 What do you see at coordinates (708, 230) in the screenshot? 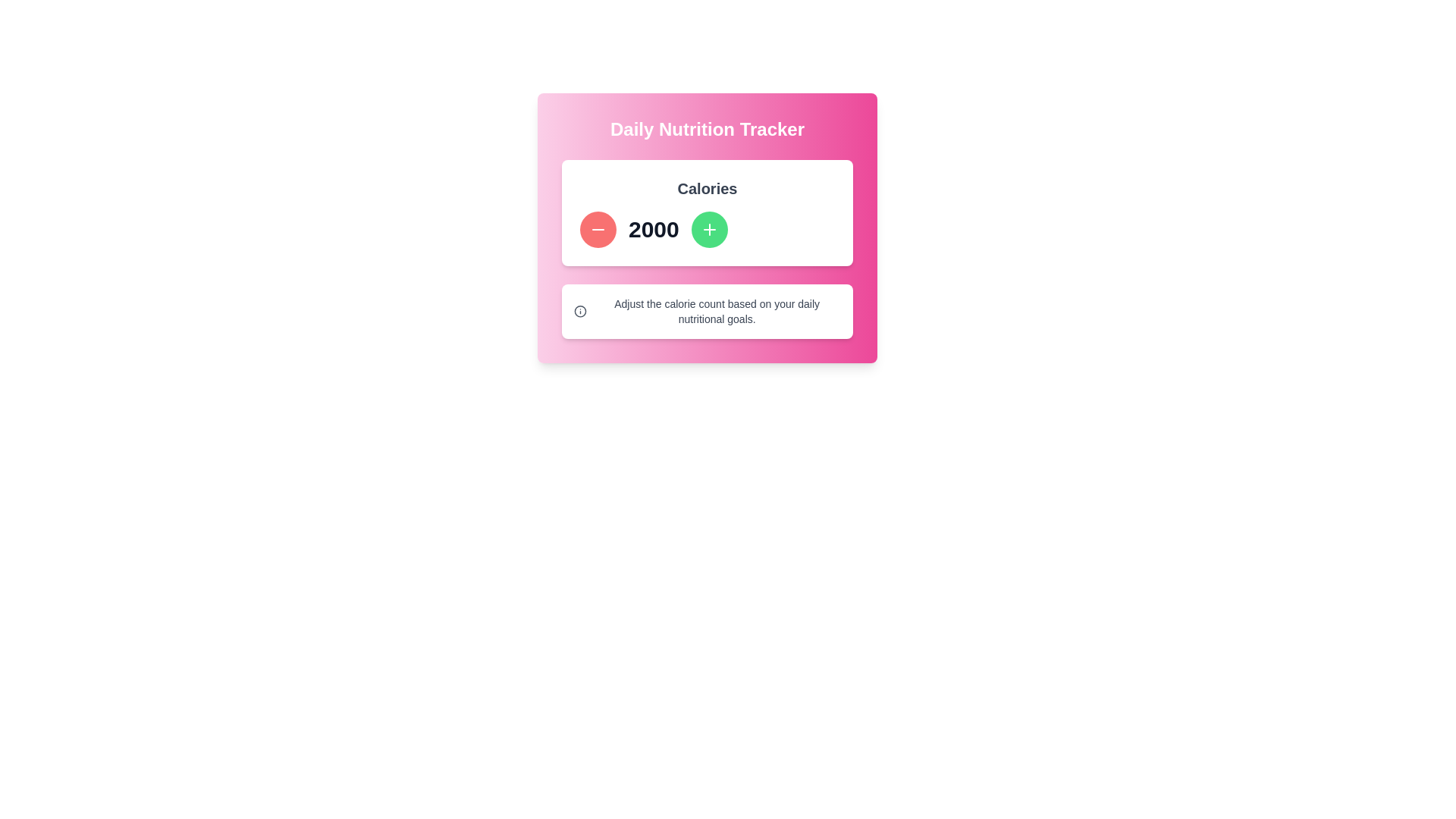
I see `the green button to the right of the number '2000' to increment the value displayed next to it, which is related to the 'Calories' label above` at bounding box center [708, 230].